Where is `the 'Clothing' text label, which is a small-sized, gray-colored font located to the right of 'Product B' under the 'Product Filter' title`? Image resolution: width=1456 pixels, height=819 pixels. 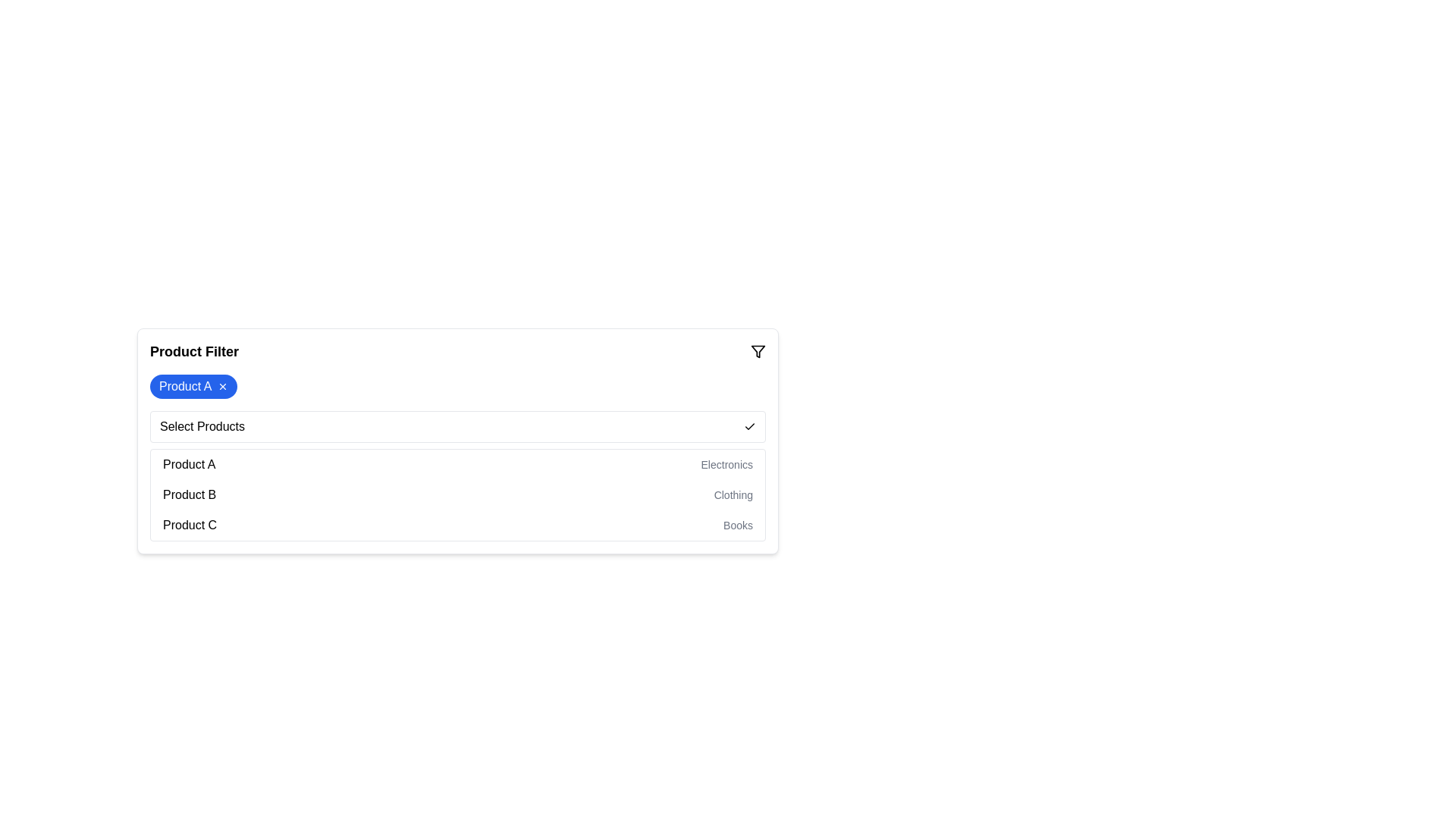 the 'Clothing' text label, which is a small-sized, gray-colored font located to the right of 'Product B' under the 'Product Filter' title is located at coordinates (733, 494).